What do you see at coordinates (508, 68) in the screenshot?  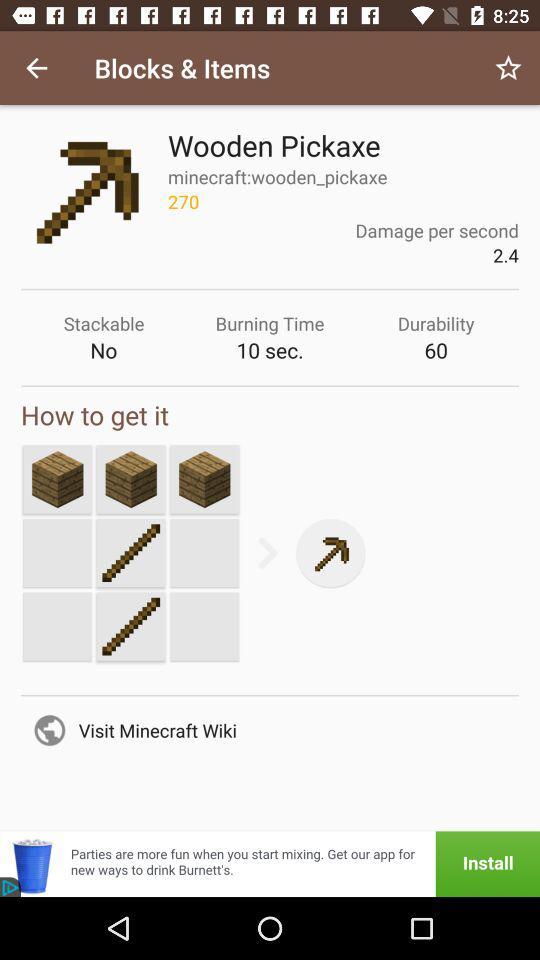 I see `the item above the damage per second item` at bounding box center [508, 68].